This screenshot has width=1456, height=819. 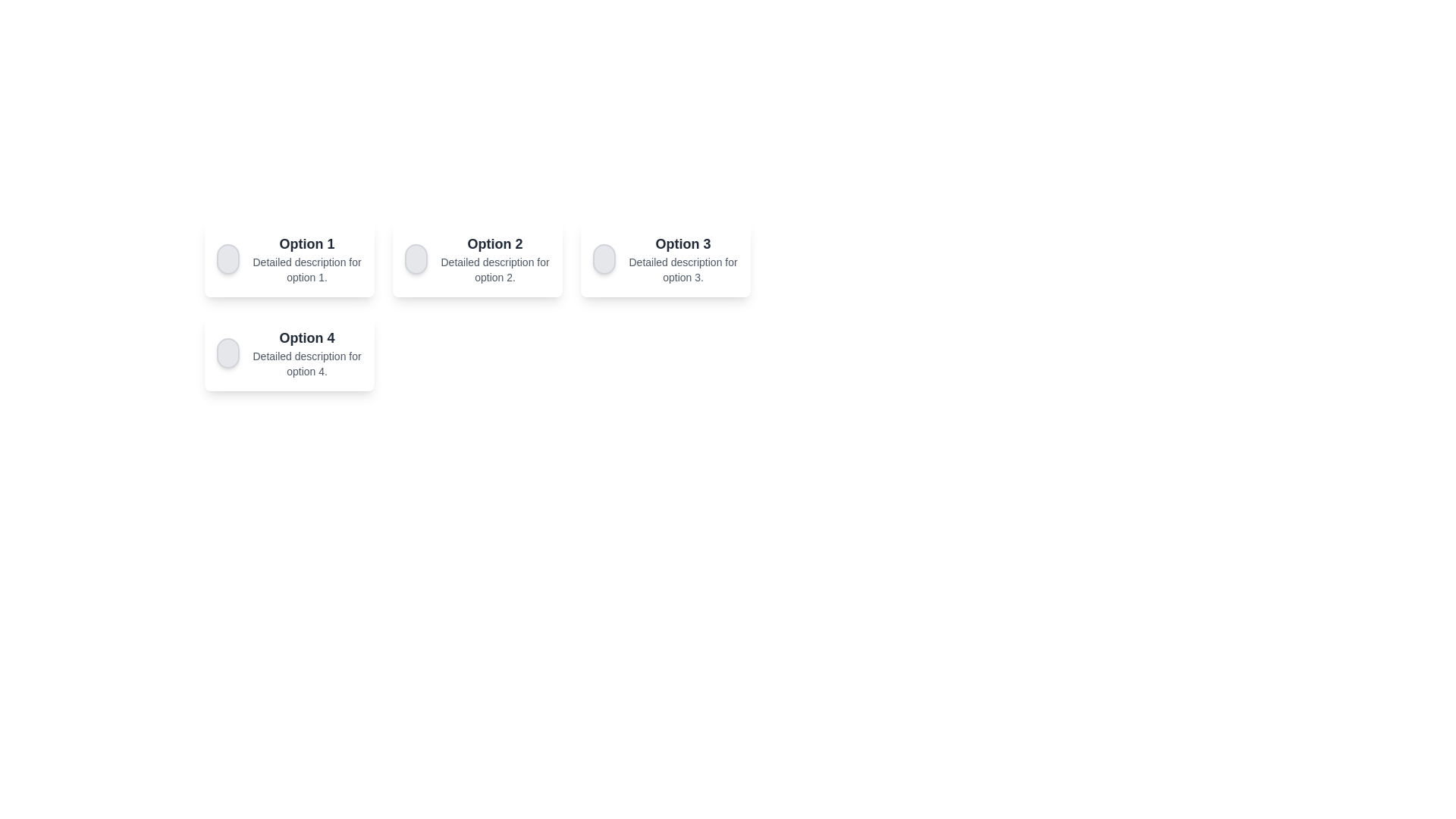 What do you see at coordinates (682, 268) in the screenshot?
I see `the text label that reads 'Detailed description for option 3.', which is located directly below the bold title text 'Option 3'` at bounding box center [682, 268].